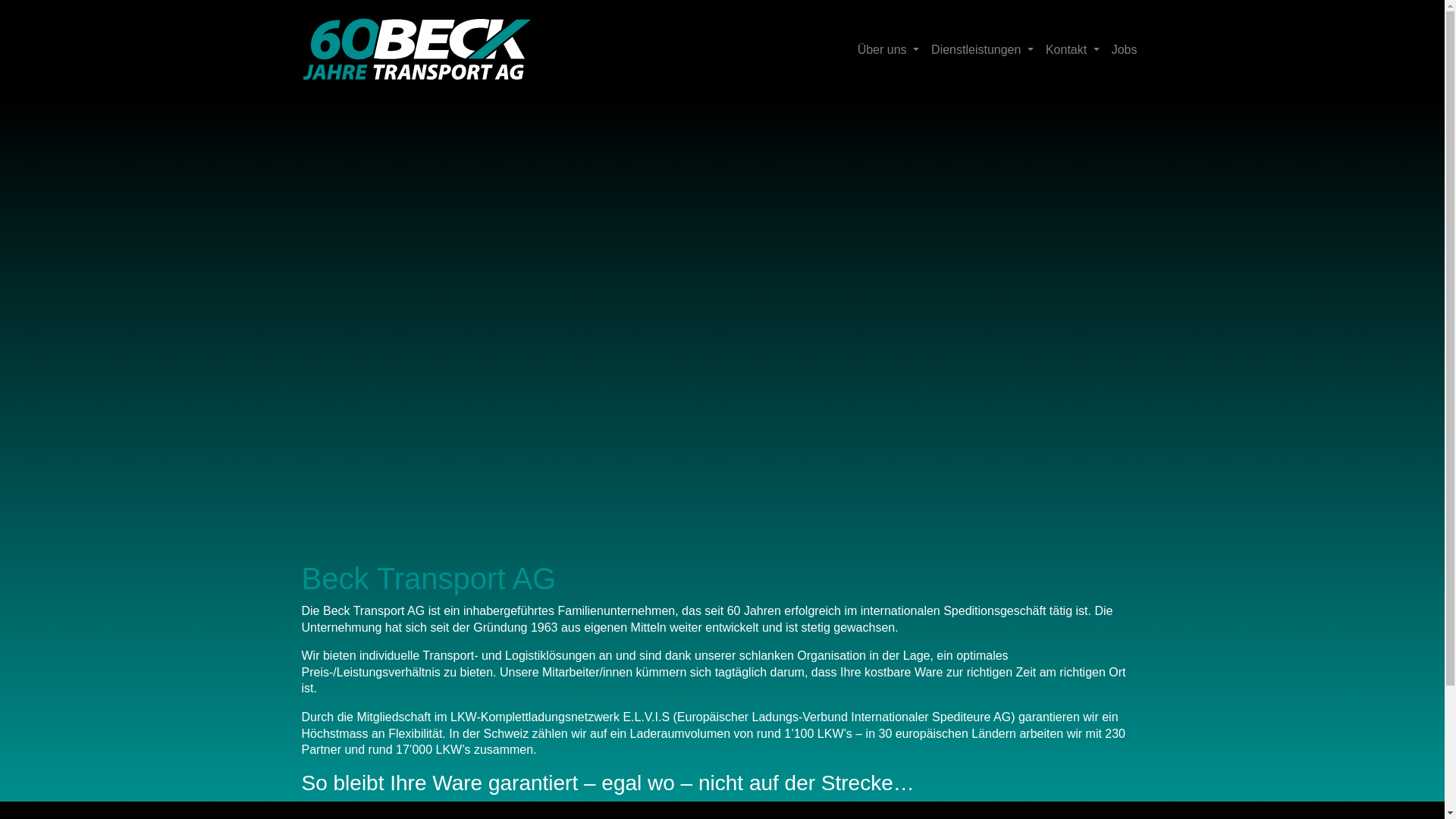  What do you see at coordinates (982, 49) in the screenshot?
I see `'Dienstleistungen'` at bounding box center [982, 49].